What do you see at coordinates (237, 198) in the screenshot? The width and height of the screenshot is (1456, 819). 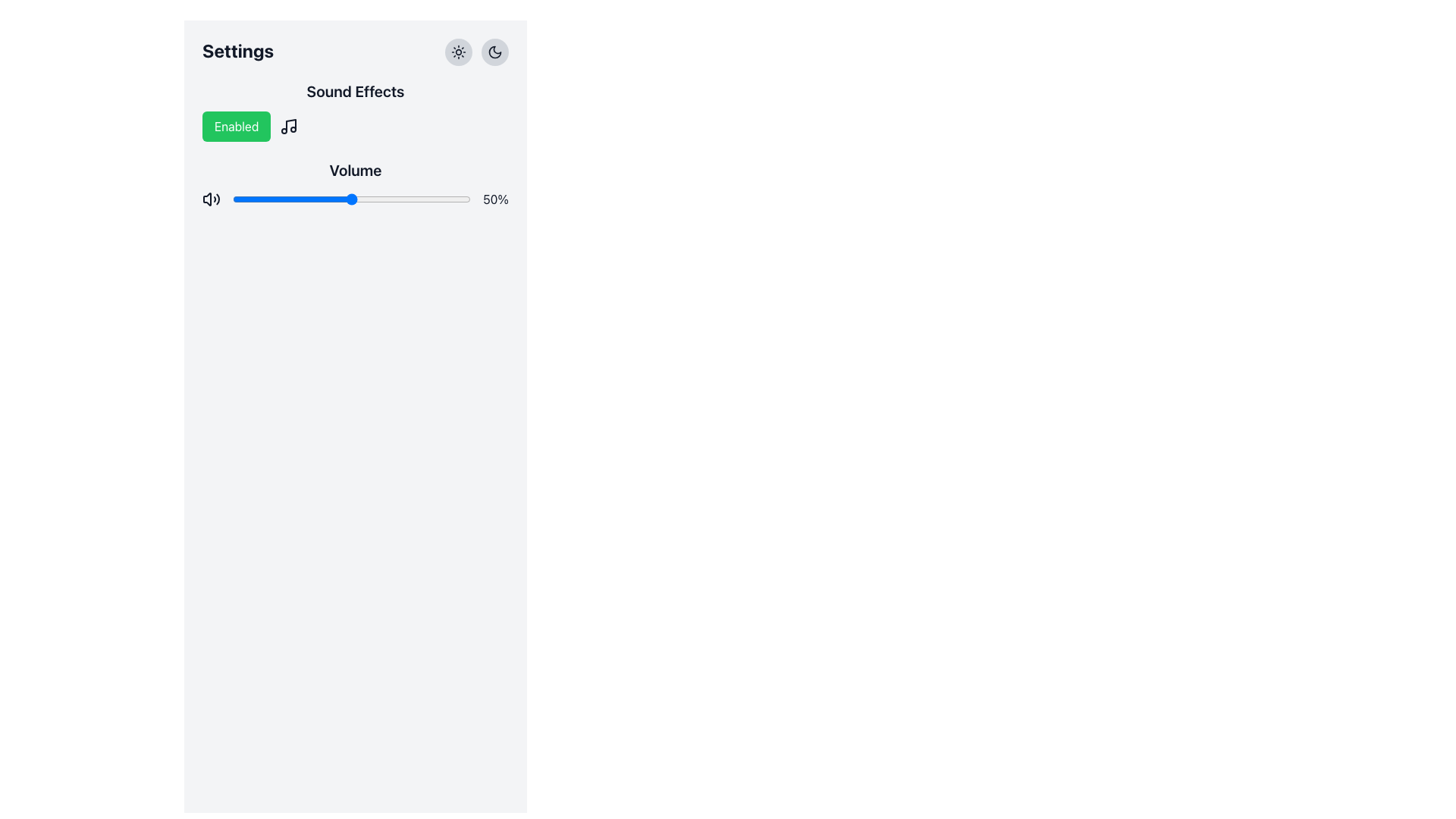 I see `the slider` at bounding box center [237, 198].